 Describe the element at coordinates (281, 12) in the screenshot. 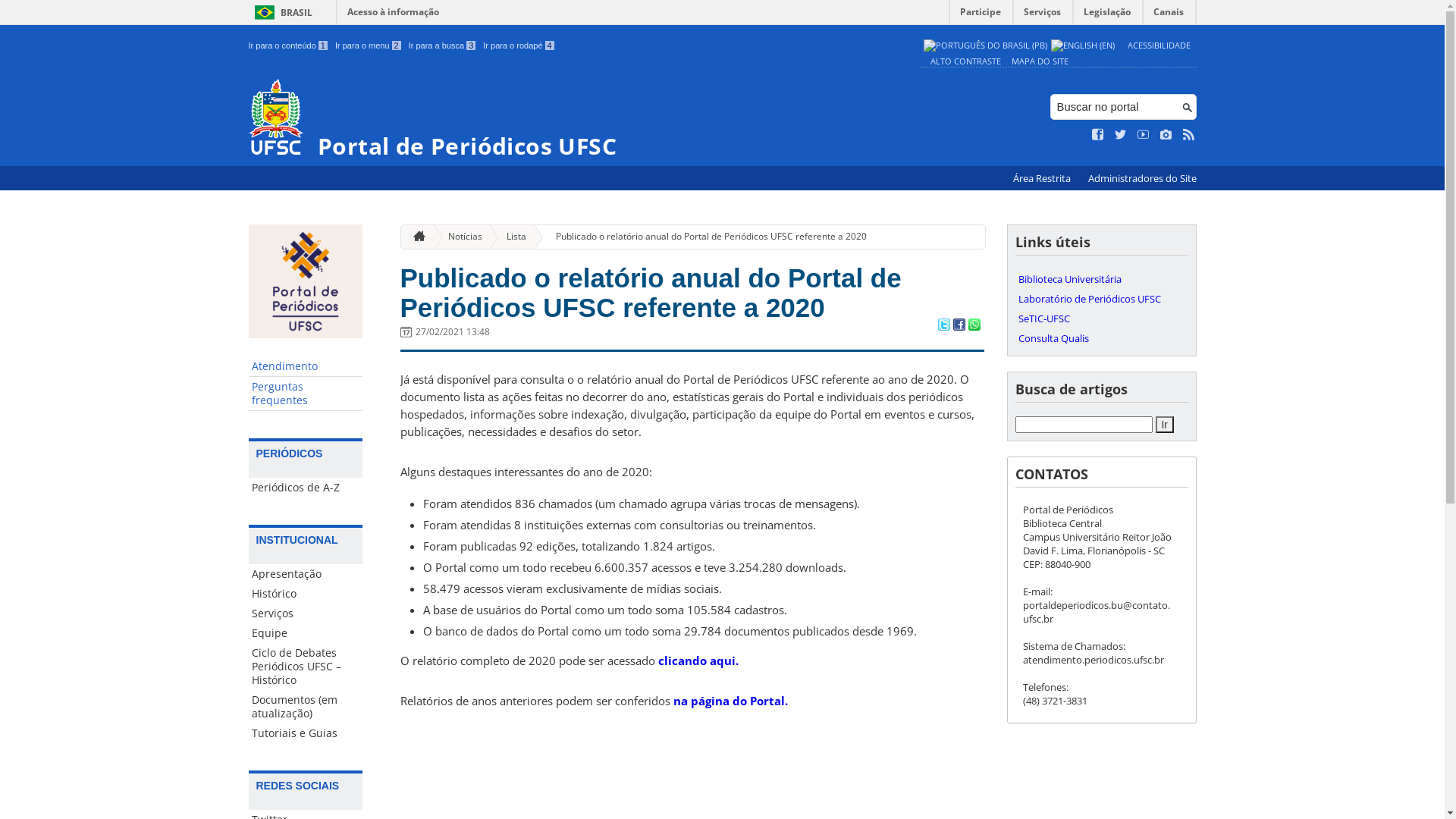

I see `'BRASIL'` at that location.